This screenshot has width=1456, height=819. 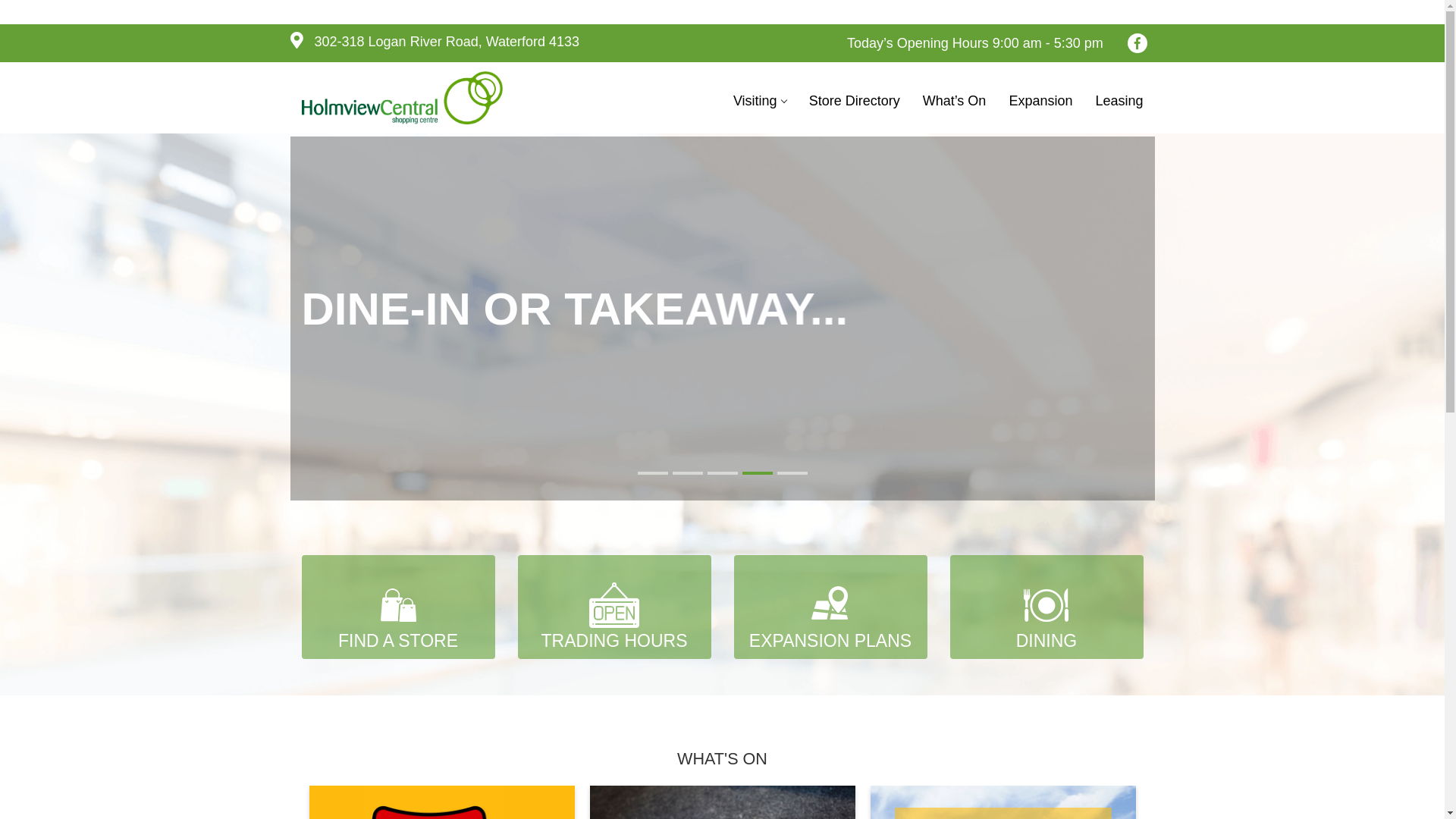 I want to click on 'TRADING HOURS', so click(x=613, y=606).